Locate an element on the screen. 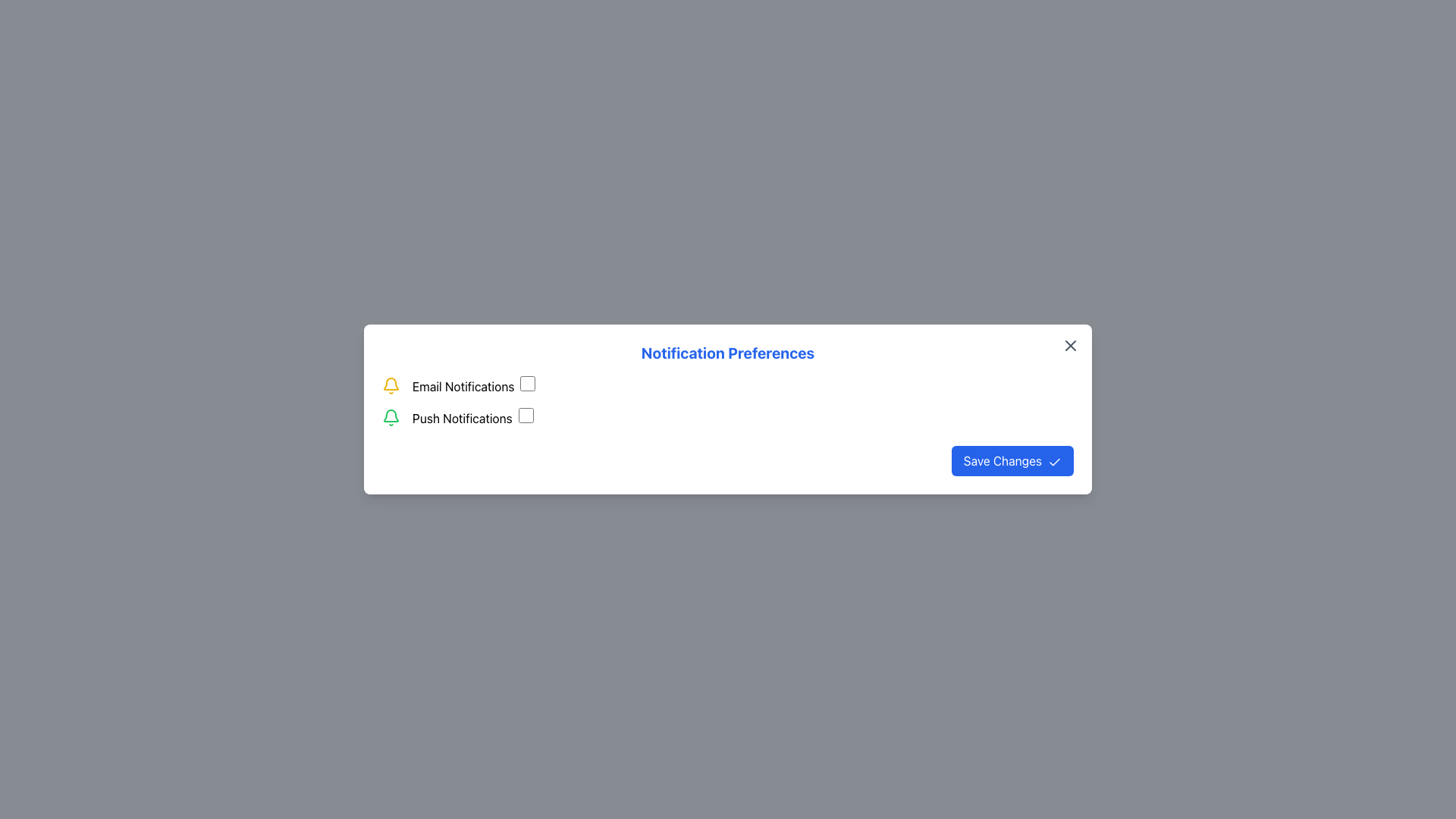 This screenshot has width=1456, height=819. text heading for the notification preferences section, which serves as the title indicating the content of the module is located at coordinates (728, 353).